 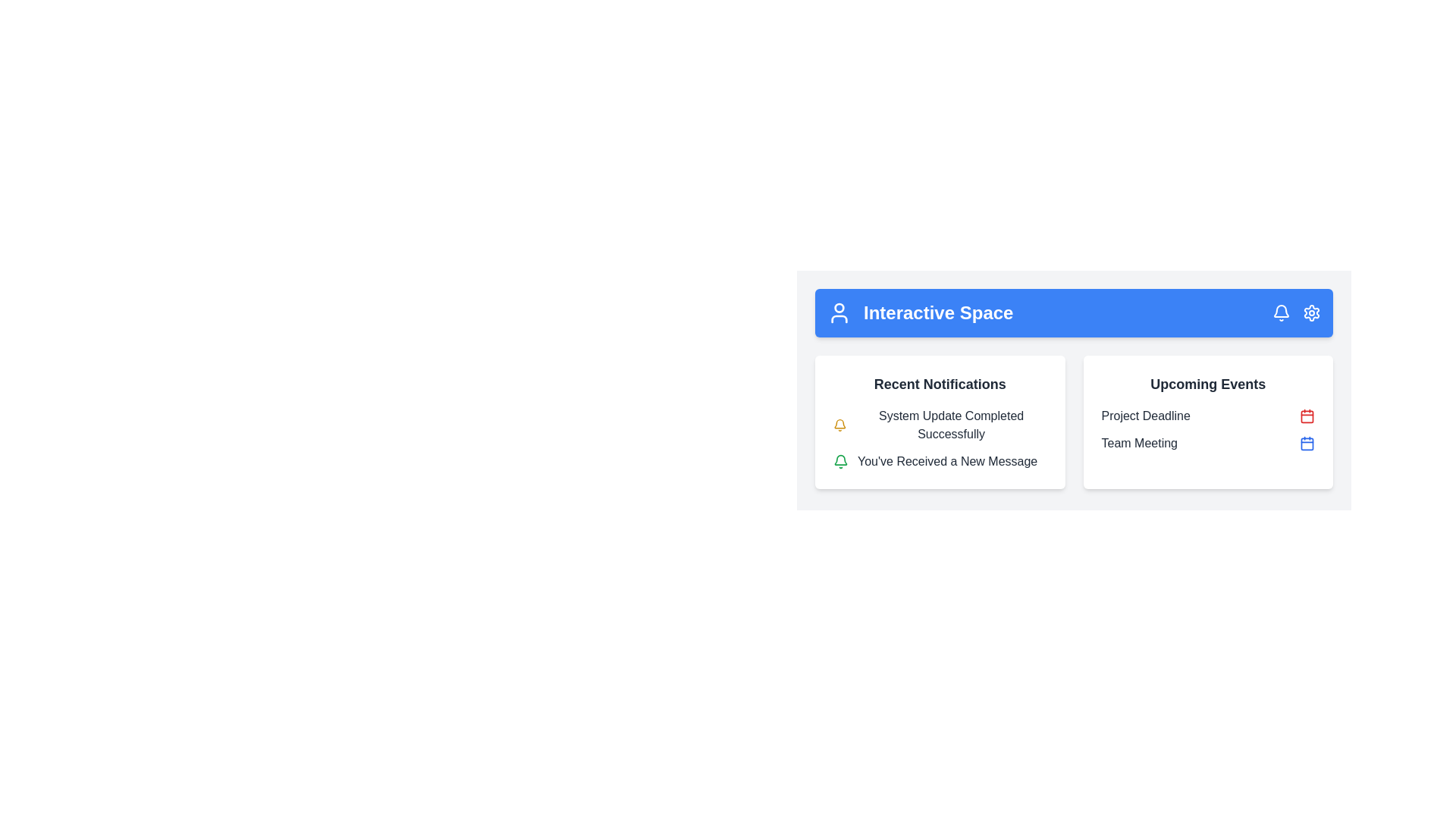 What do you see at coordinates (1207, 430) in the screenshot?
I see `calendar icon in the second event item of the vertical list under the 'Upcoming Events' section` at bounding box center [1207, 430].